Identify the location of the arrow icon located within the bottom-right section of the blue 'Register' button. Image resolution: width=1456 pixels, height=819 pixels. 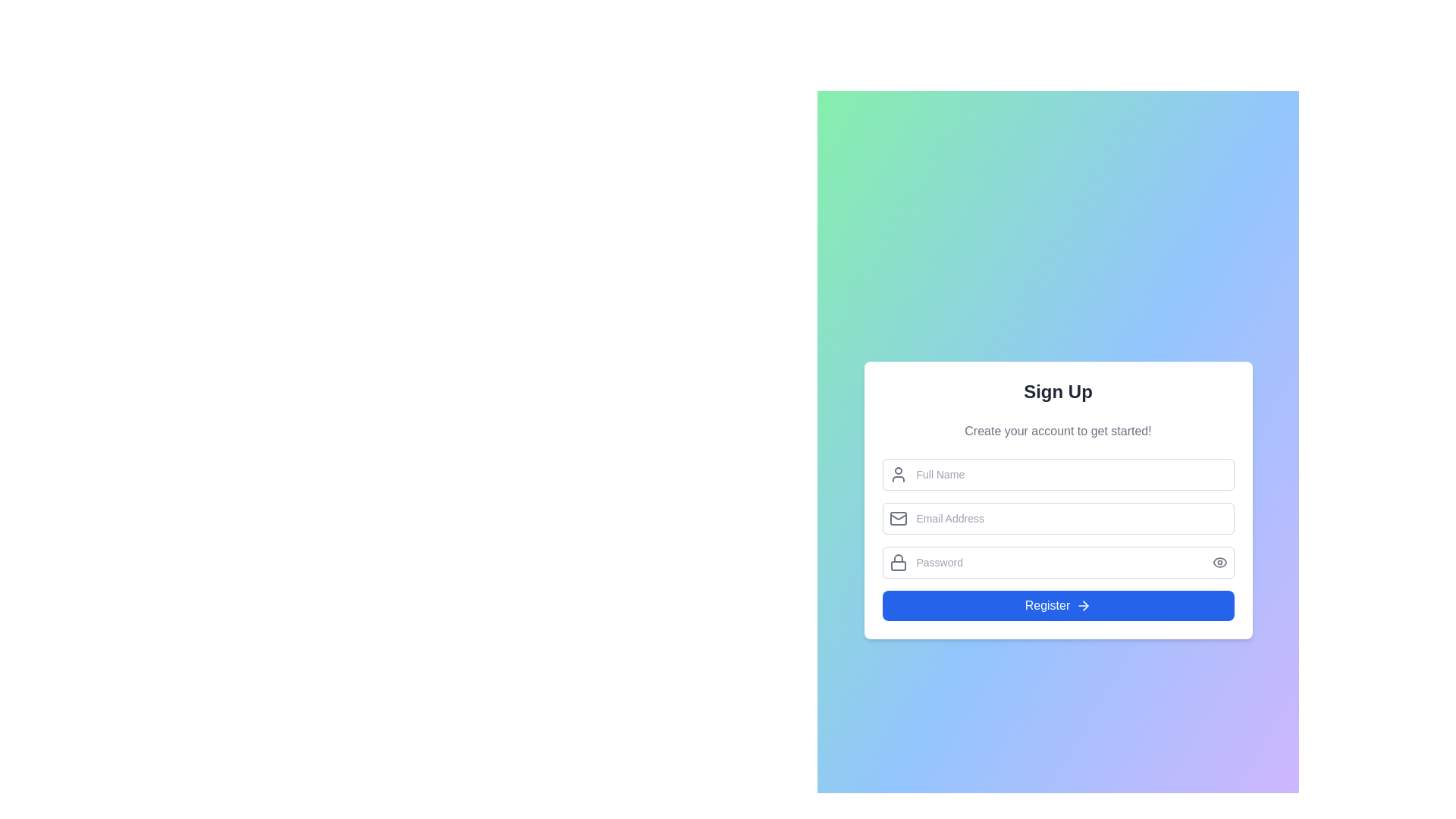
(1085, 604).